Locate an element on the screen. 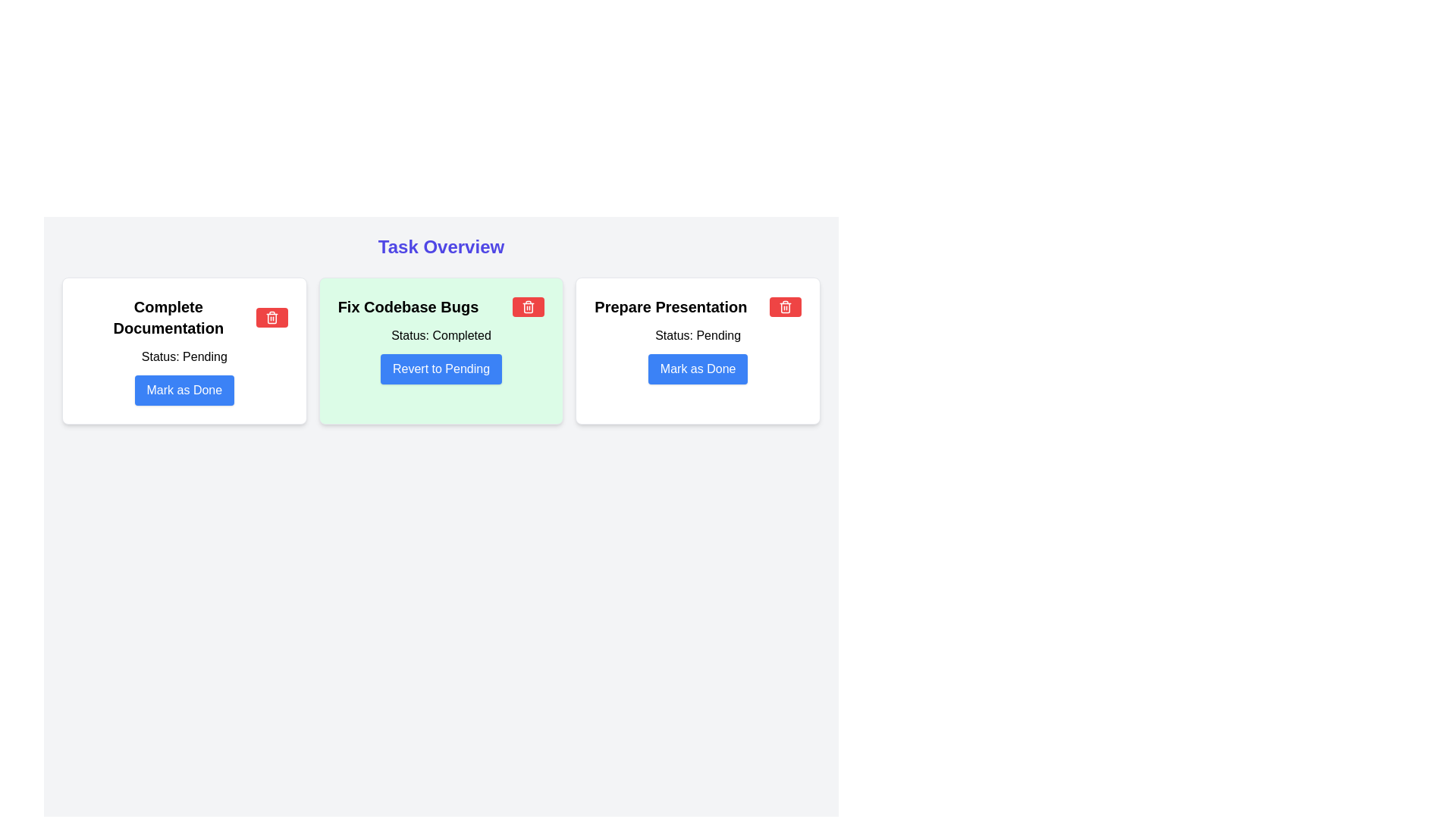 The height and width of the screenshot is (819, 1456). the Title text located at the top center of the leftmost card in a three-card horizontal layout is located at coordinates (184, 317).